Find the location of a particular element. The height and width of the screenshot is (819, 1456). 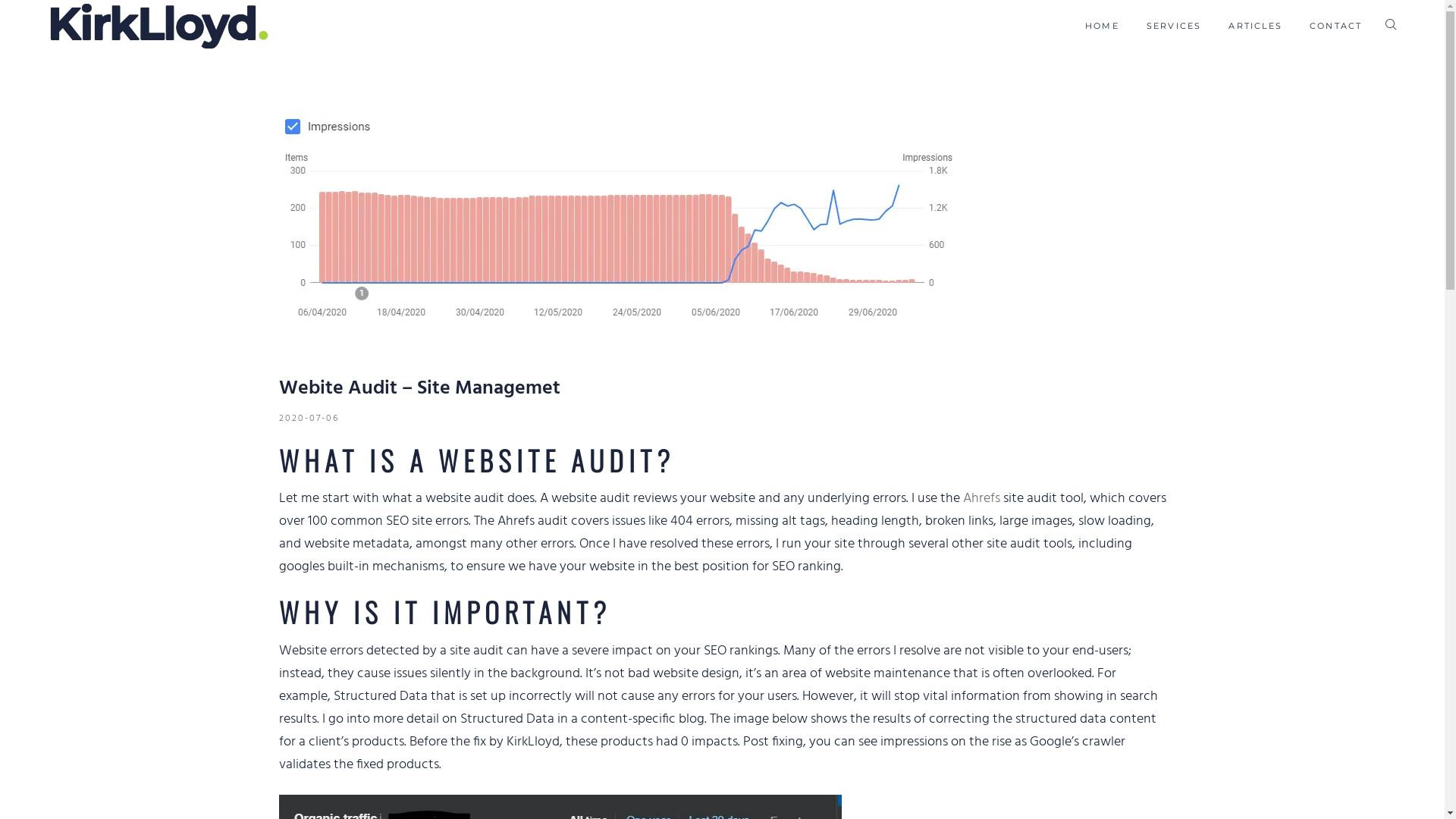

'ARTICLES' is located at coordinates (1228, 26).